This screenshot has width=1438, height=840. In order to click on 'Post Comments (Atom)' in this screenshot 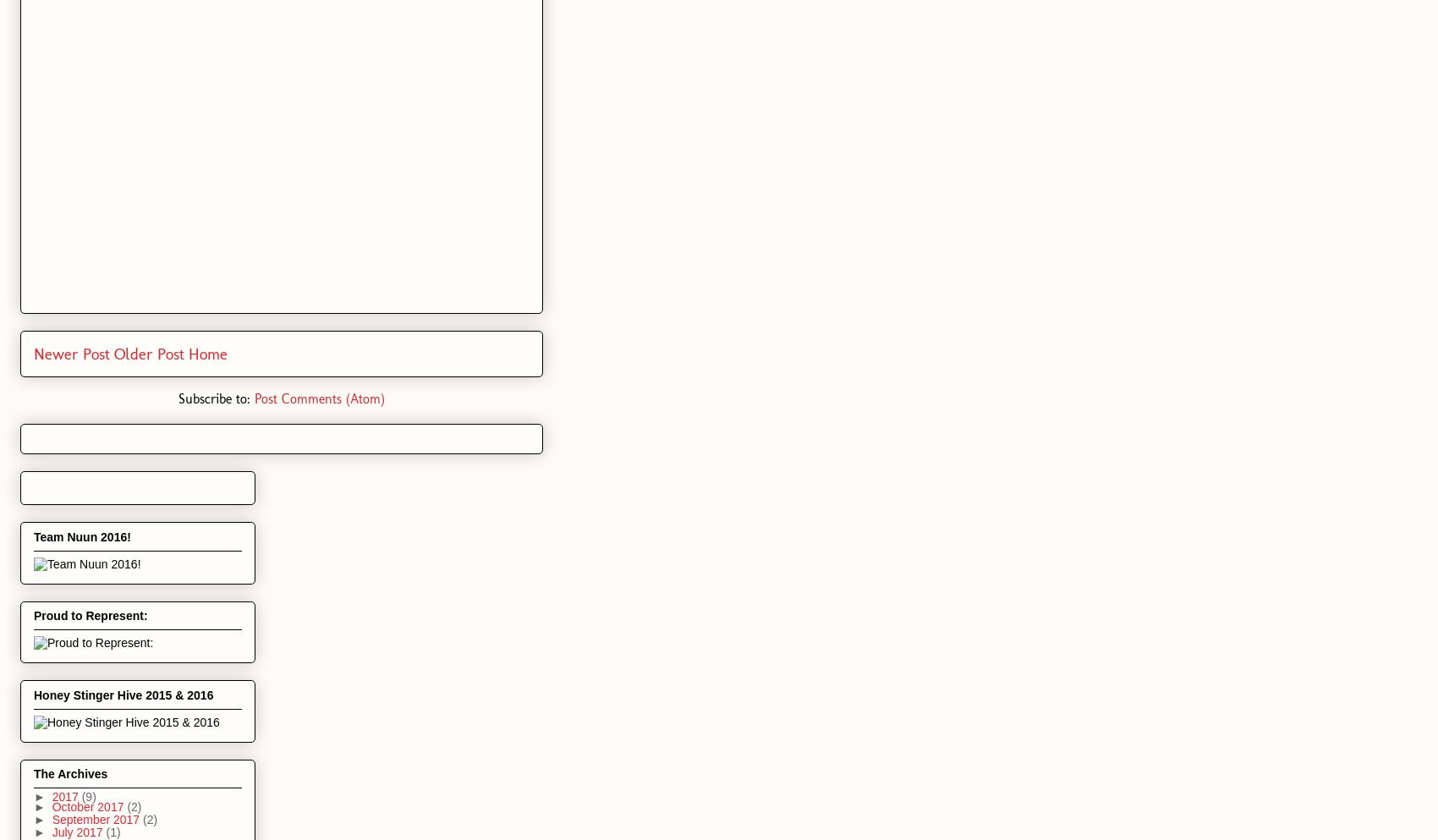, I will do `click(319, 398)`.